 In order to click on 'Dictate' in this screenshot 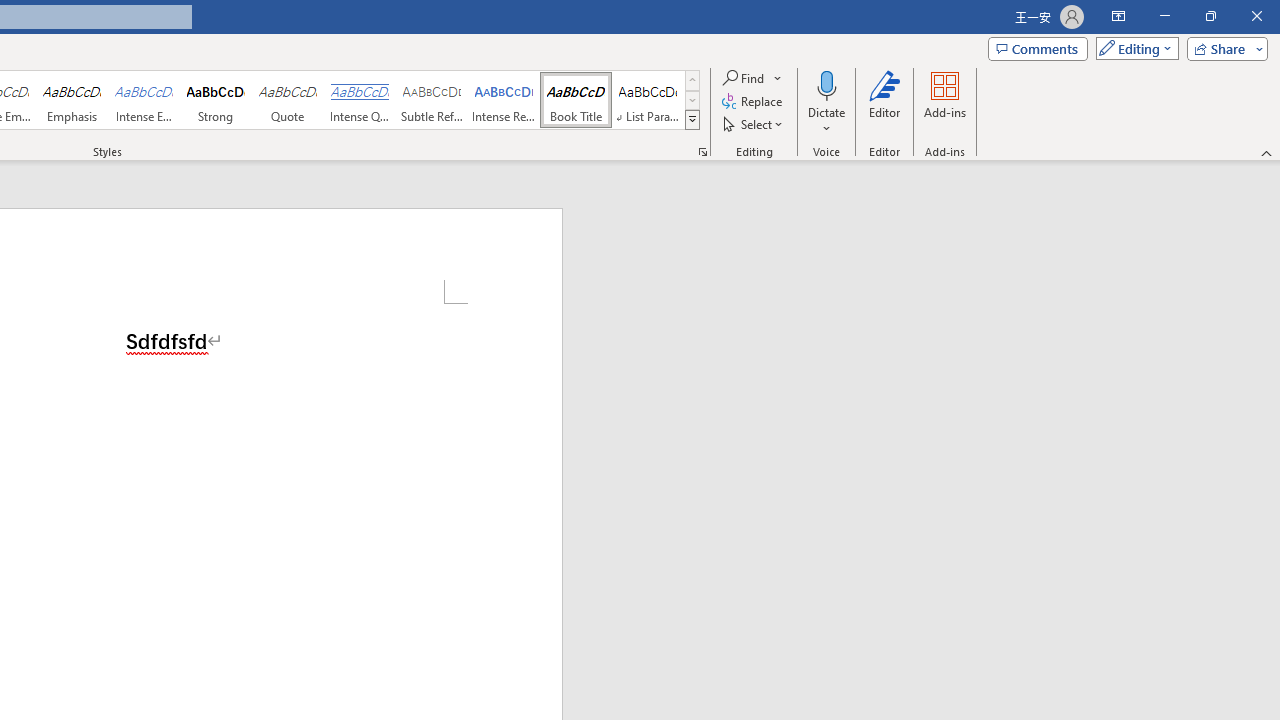, I will do `click(826, 103)`.